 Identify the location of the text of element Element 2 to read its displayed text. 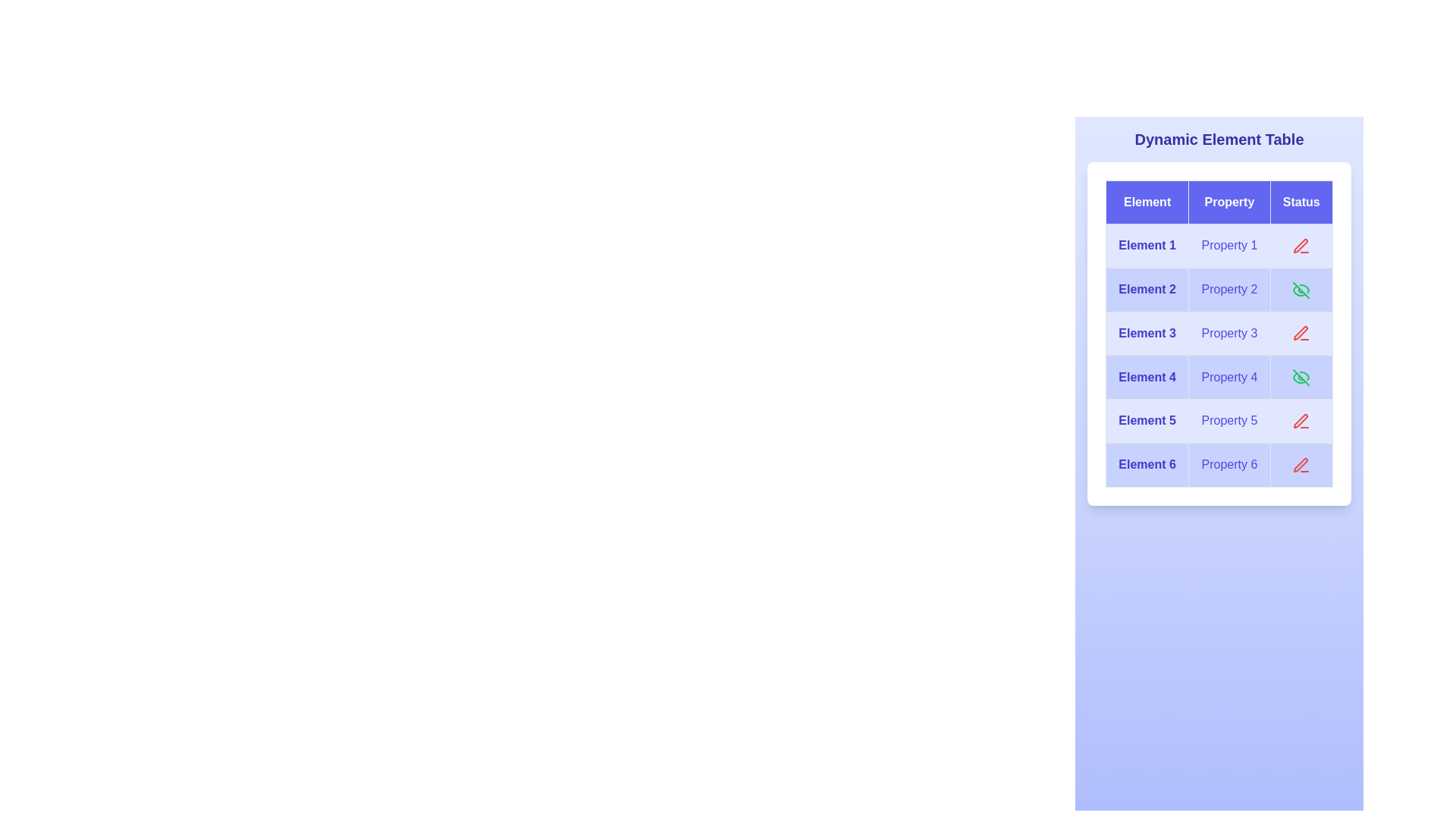
(1147, 290).